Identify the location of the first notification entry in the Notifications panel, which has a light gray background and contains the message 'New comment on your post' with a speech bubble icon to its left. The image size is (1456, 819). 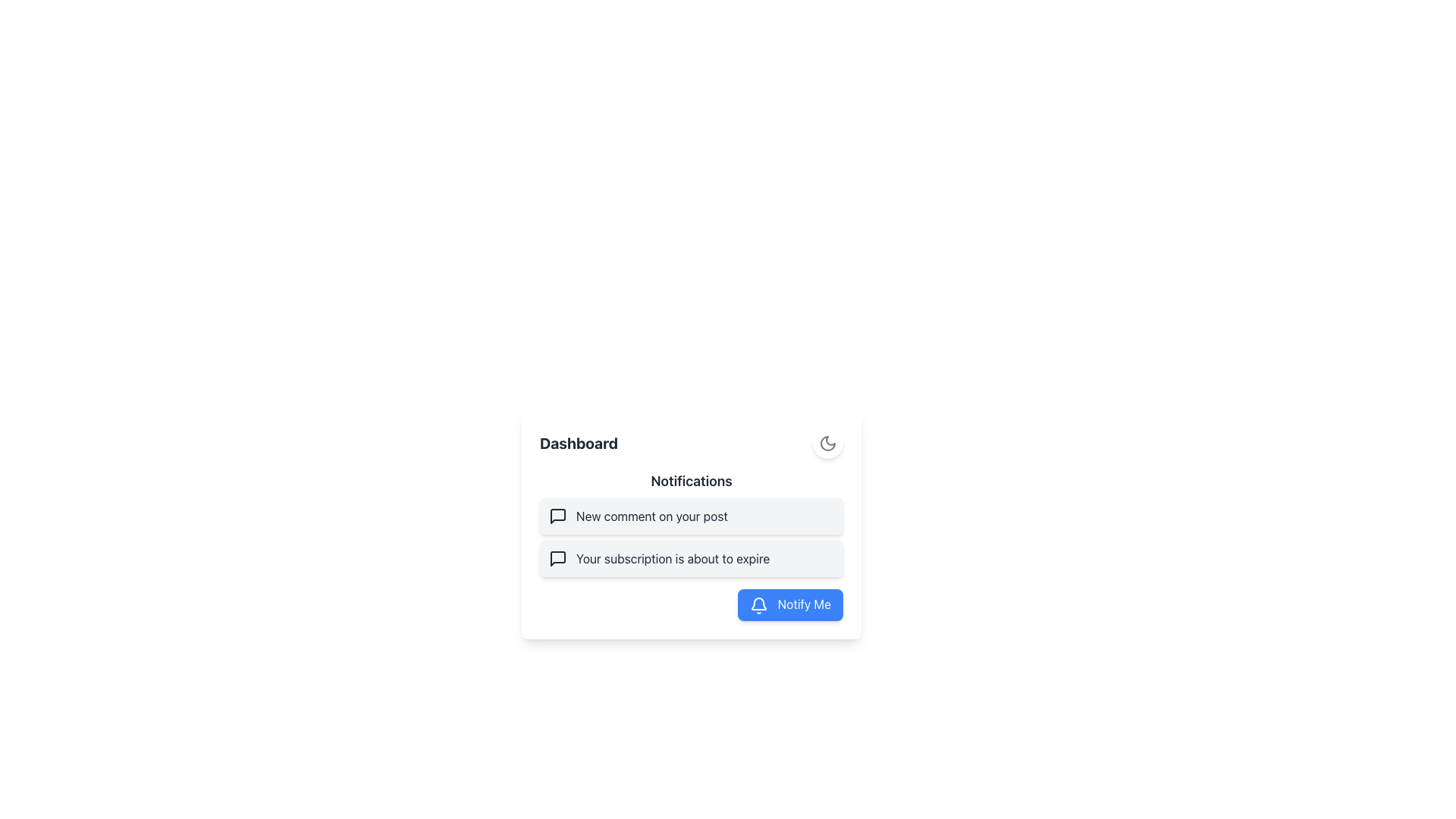
(691, 516).